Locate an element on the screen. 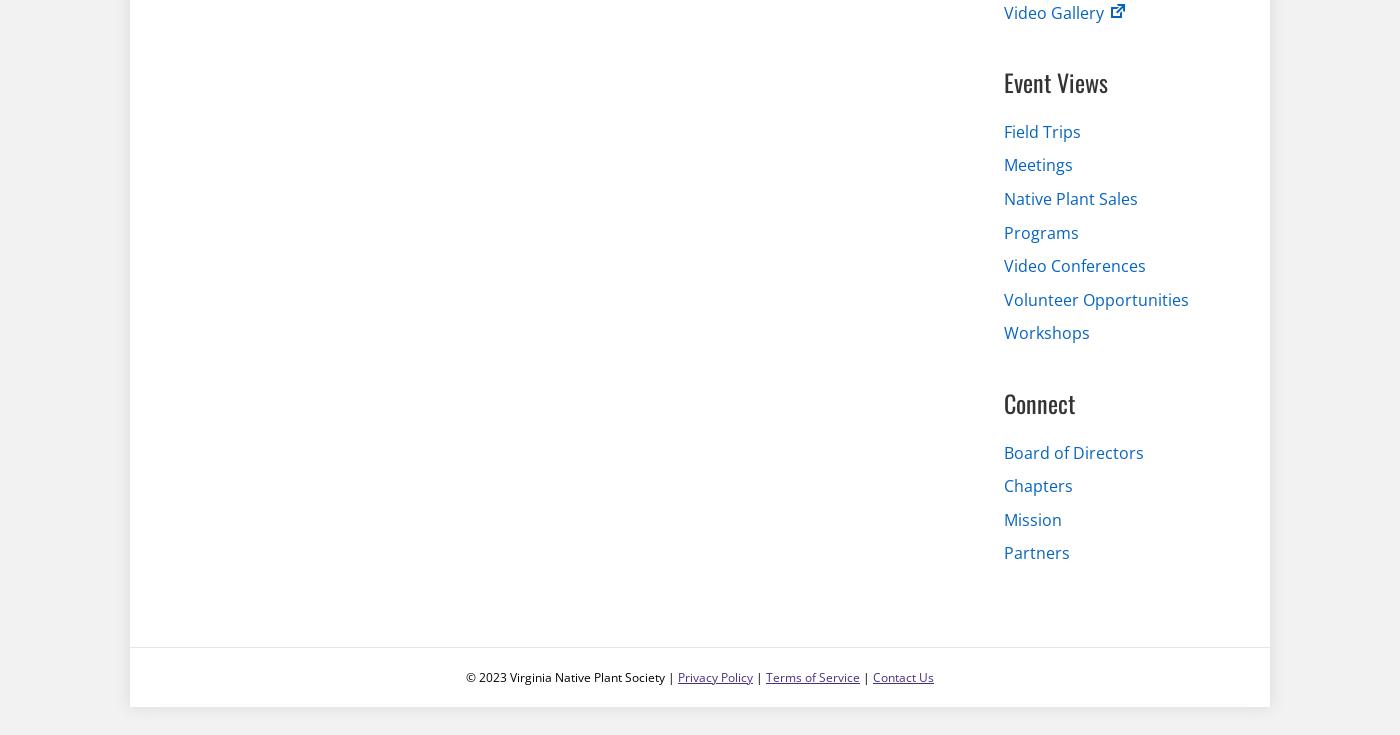  'Meetings' is located at coordinates (1003, 165).